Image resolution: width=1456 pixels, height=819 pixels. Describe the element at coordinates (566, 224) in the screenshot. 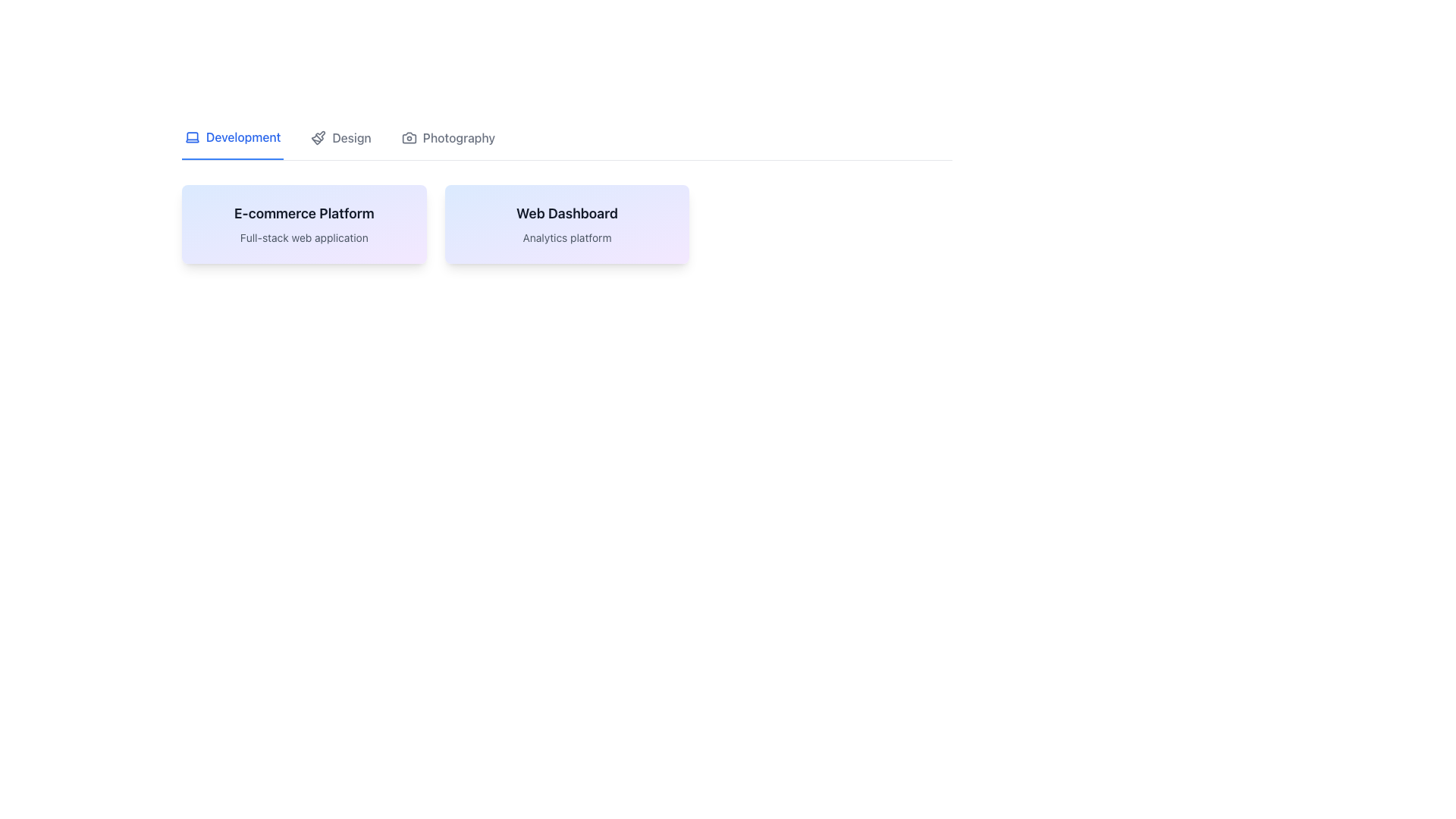

I see `the 'Web Dashboard' card element, which is the second card in a grid layout representing an analytics platform feature` at that location.